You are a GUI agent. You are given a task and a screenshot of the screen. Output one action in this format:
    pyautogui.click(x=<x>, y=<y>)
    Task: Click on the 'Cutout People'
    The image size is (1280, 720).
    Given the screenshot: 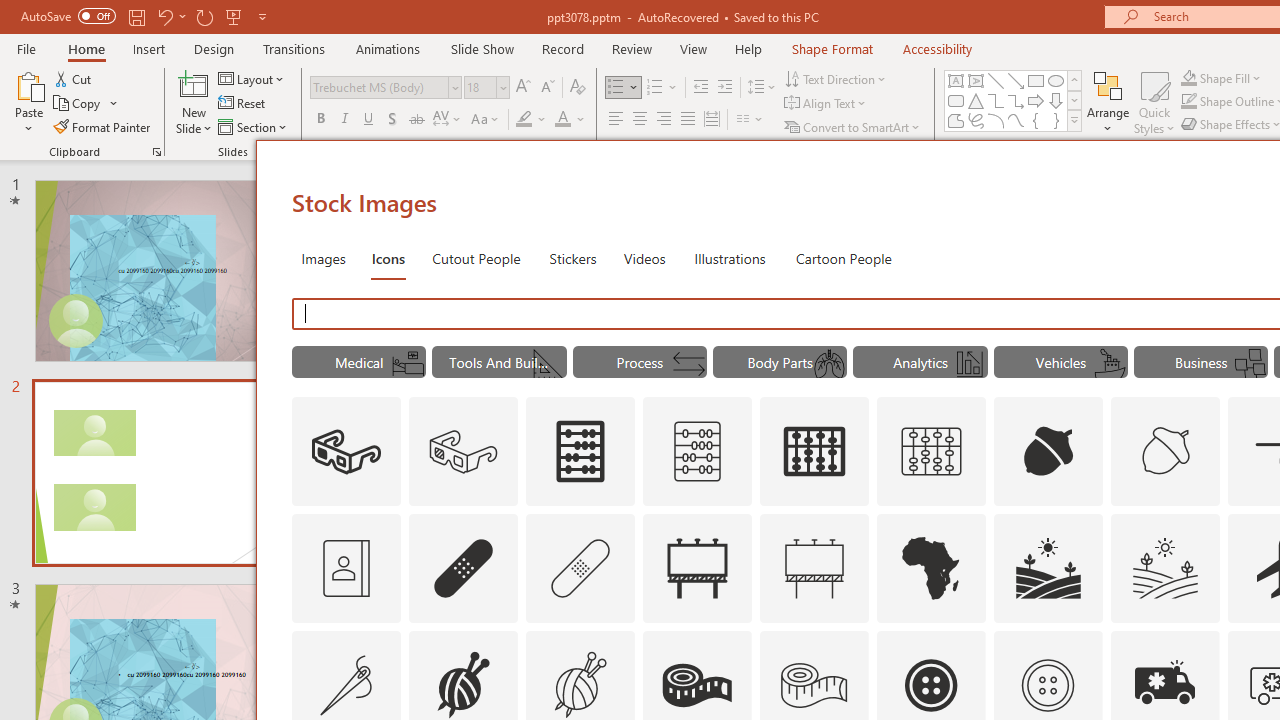 What is the action you would take?
    pyautogui.click(x=476, y=257)
    